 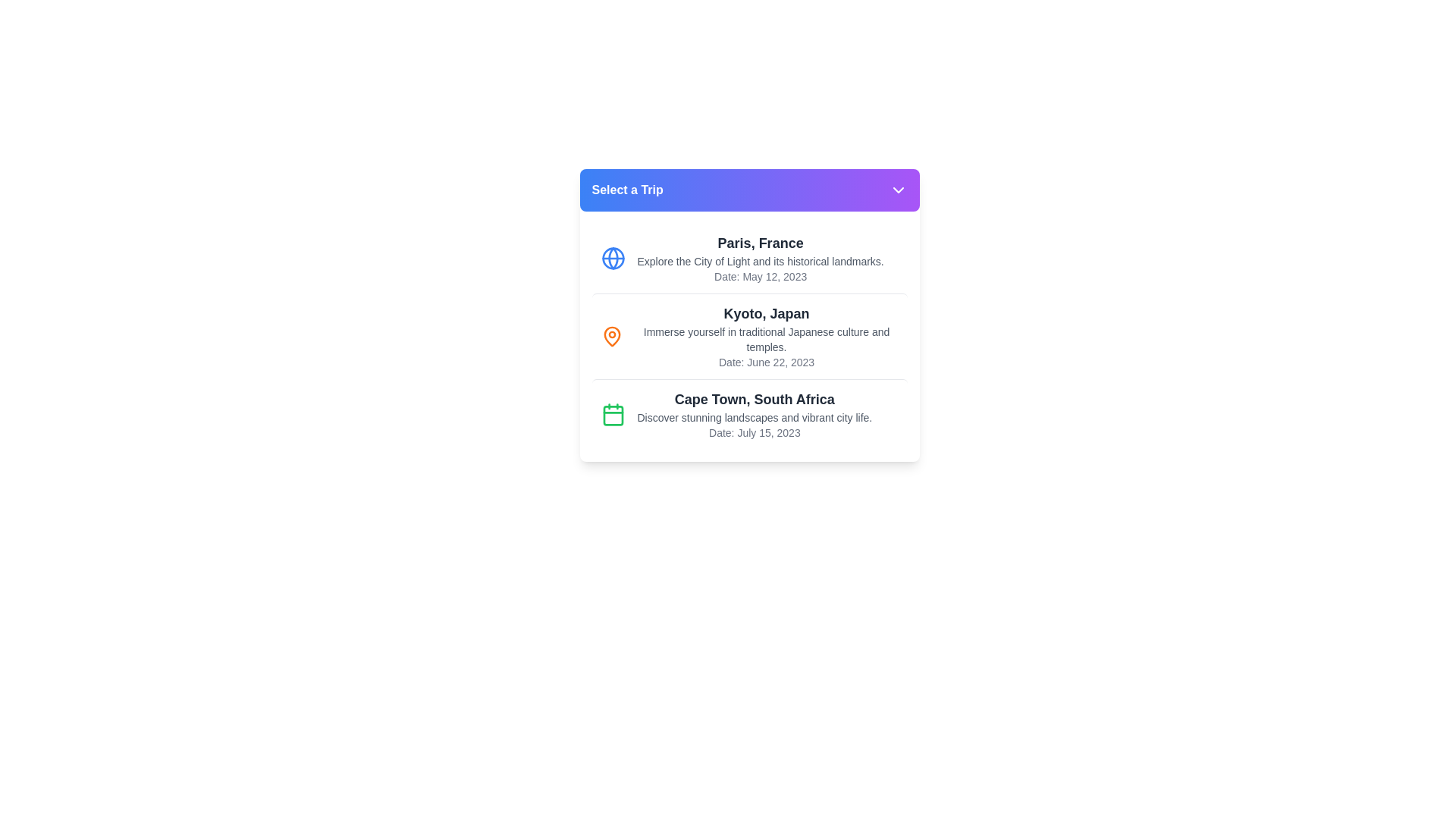 I want to click on the circular globe icon with thin blue outlines, located to the left of the text block 'Paris, France' in the 'Select a Trip' list, so click(x=613, y=257).